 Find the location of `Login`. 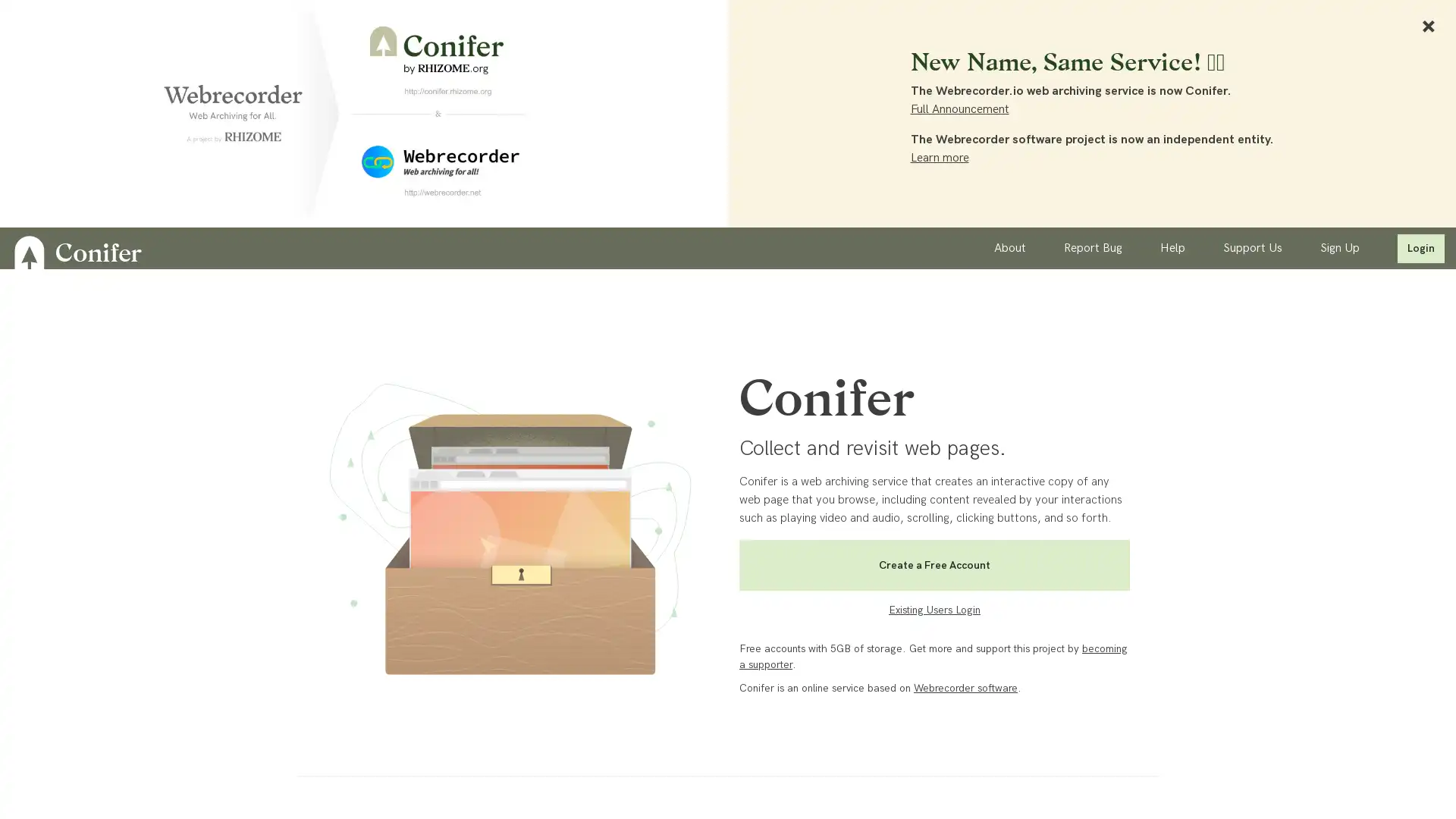

Login is located at coordinates (1420, 247).